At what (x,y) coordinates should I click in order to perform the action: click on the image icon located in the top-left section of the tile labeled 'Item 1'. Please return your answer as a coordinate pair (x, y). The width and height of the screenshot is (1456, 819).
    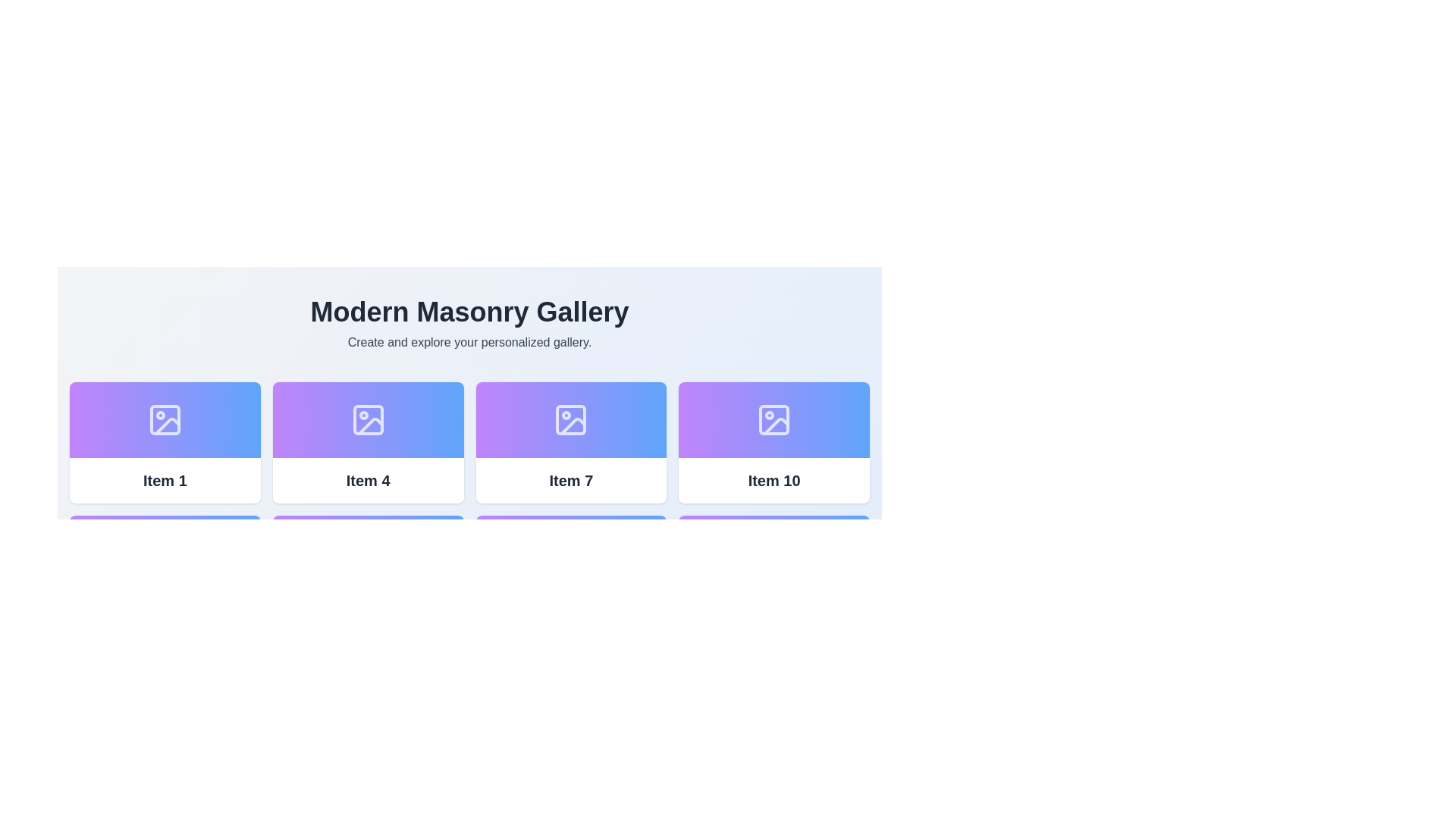
    Looking at the image, I should click on (165, 420).